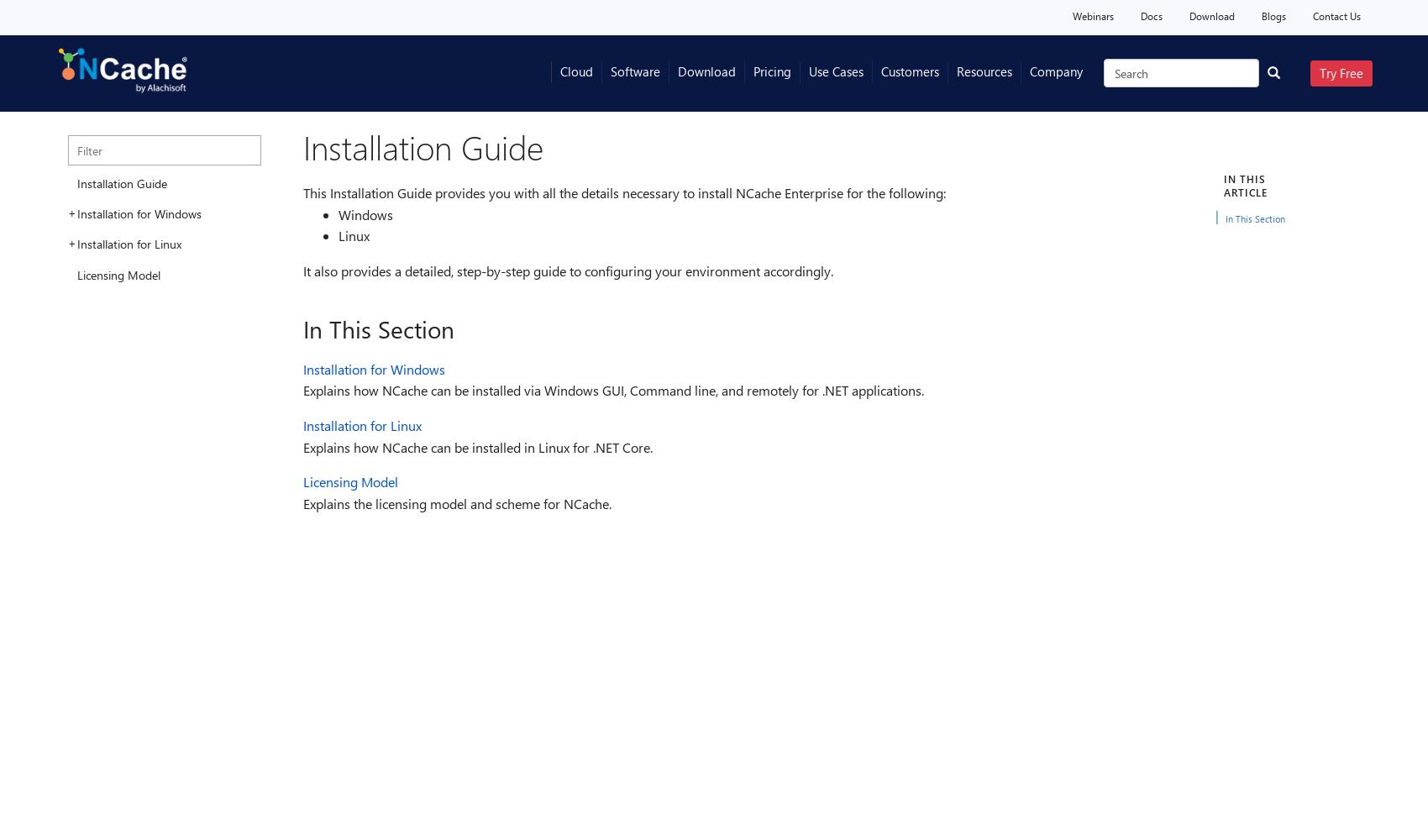 The height and width of the screenshot is (840, 1428). Describe the element at coordinates (1336, 16) in the screenshot. I see `'Contact Us'` at that location.